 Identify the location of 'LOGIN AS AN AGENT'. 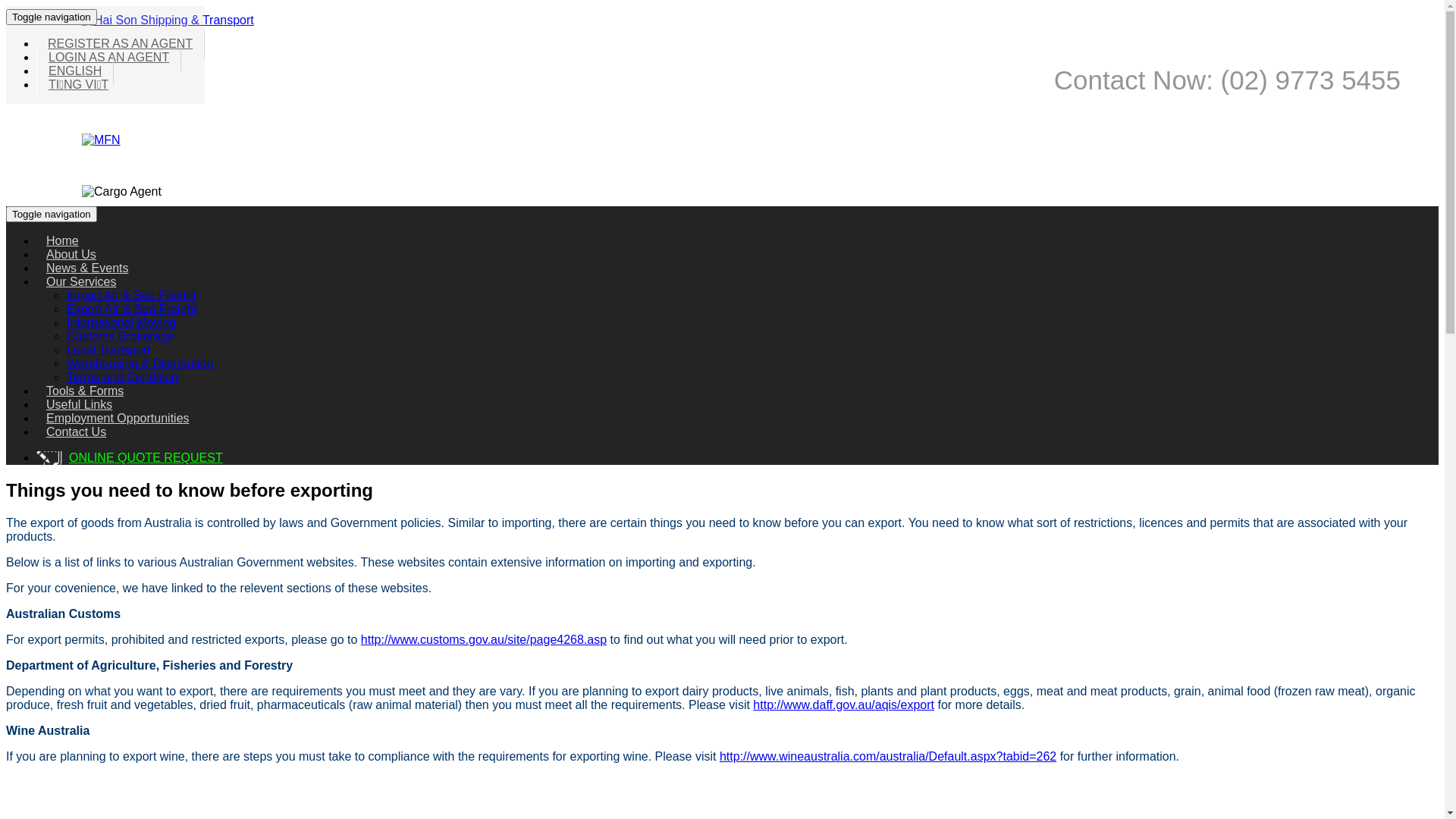
(36, 56).